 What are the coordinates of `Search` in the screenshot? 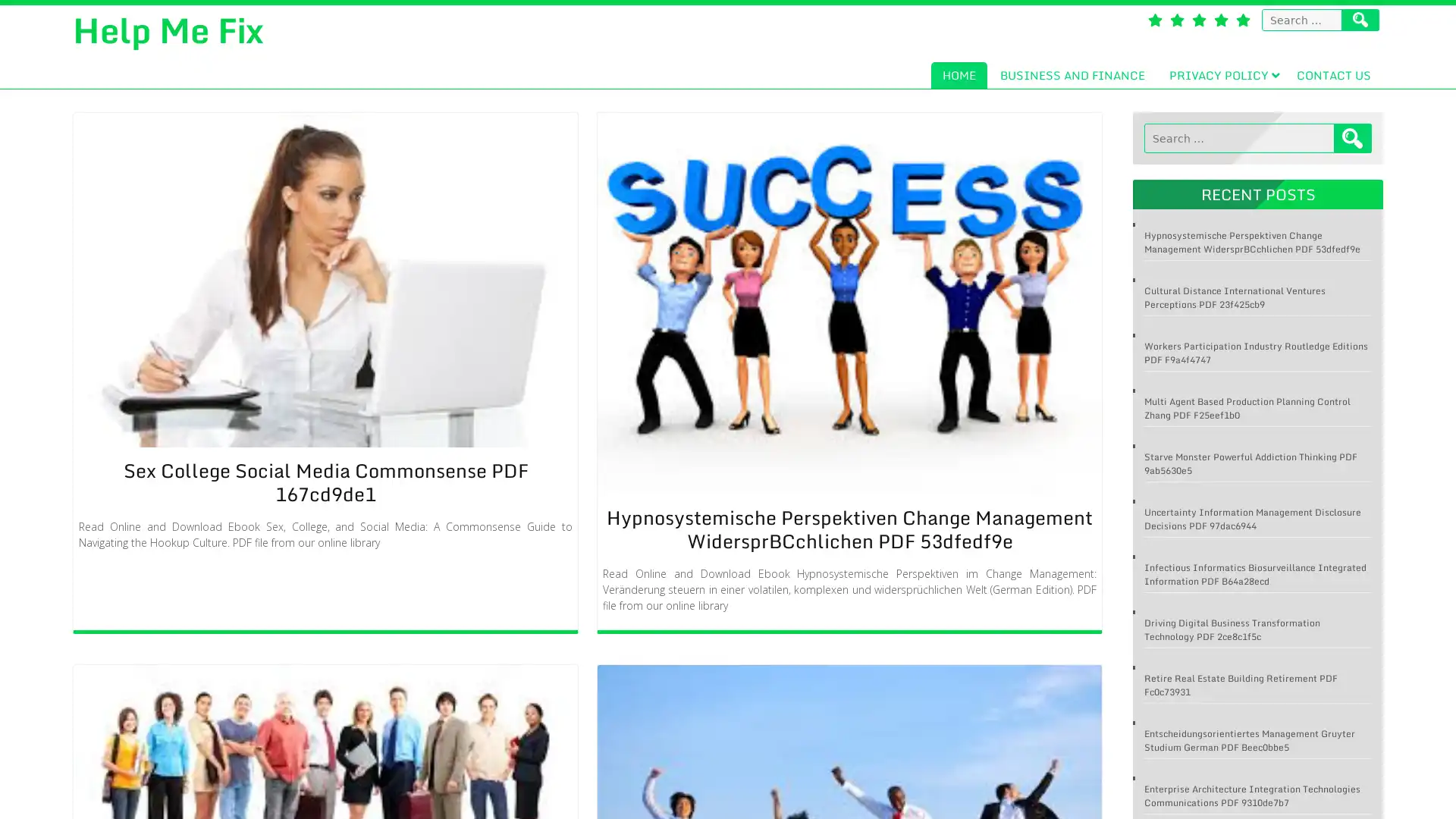 It's located at (1353, 138).